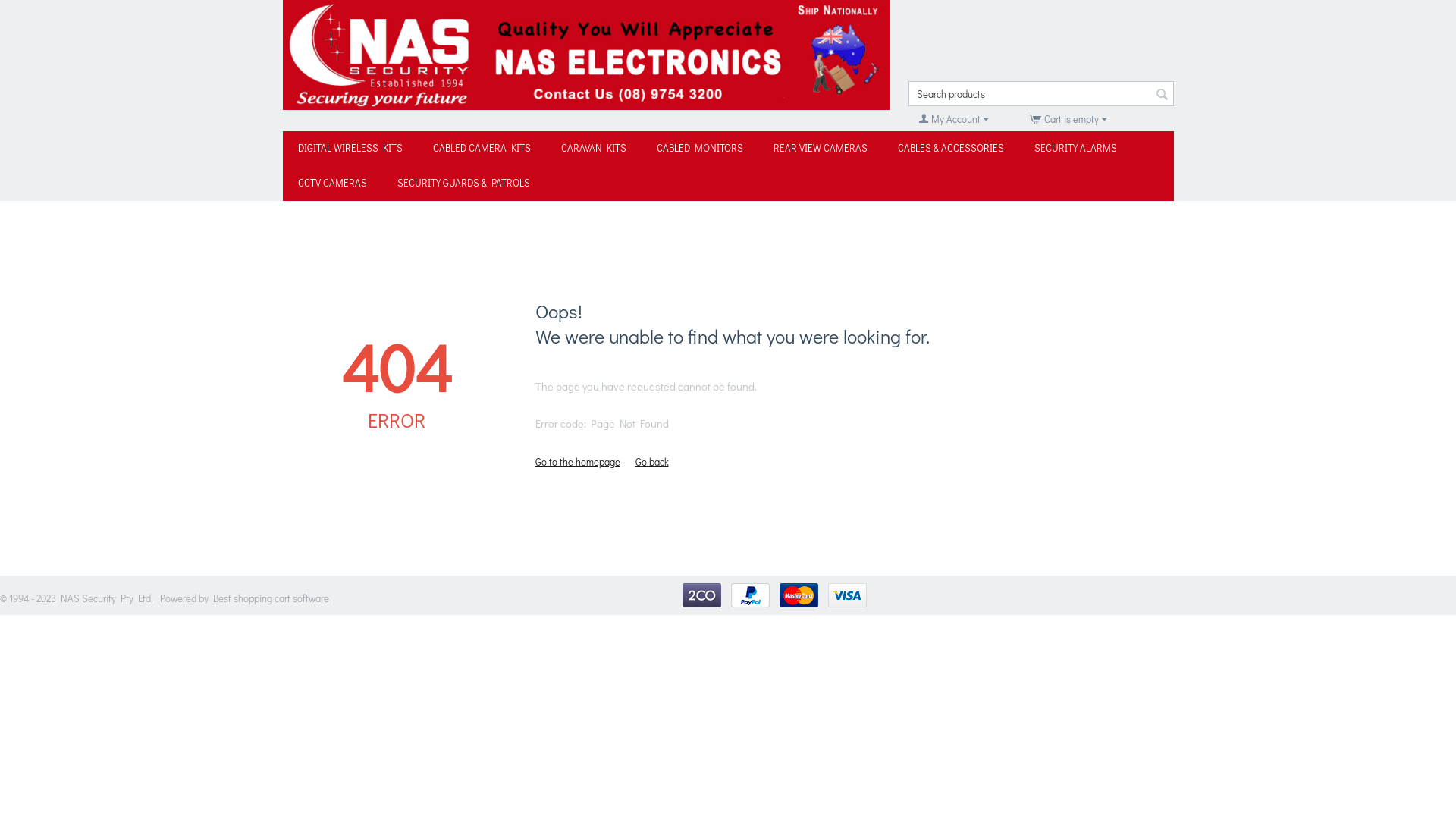  I want to click on 'Go to the homepage', so click(577, 460).